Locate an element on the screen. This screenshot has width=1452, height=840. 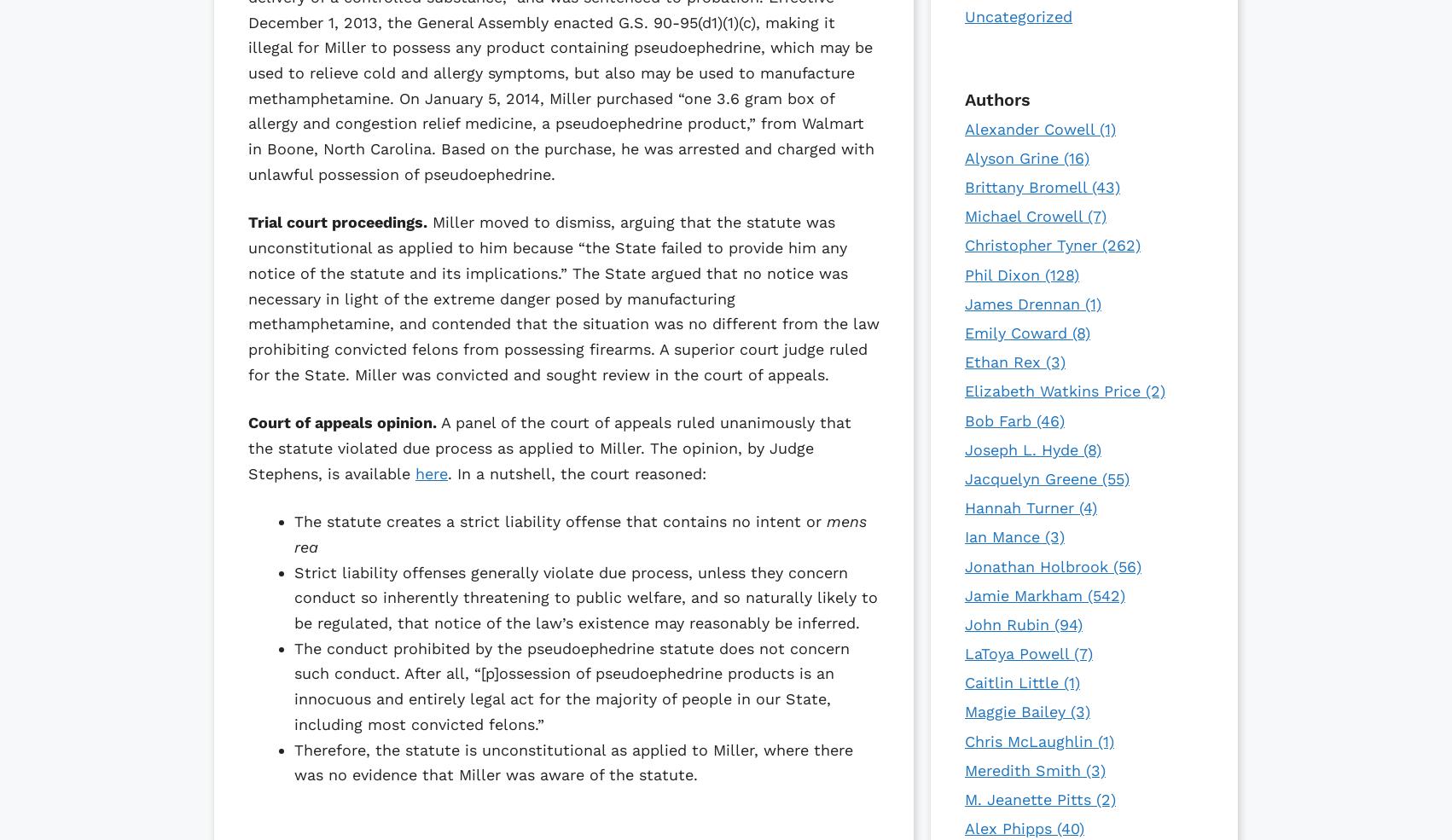
'John Rubin' is located at coordinates (963, 623).